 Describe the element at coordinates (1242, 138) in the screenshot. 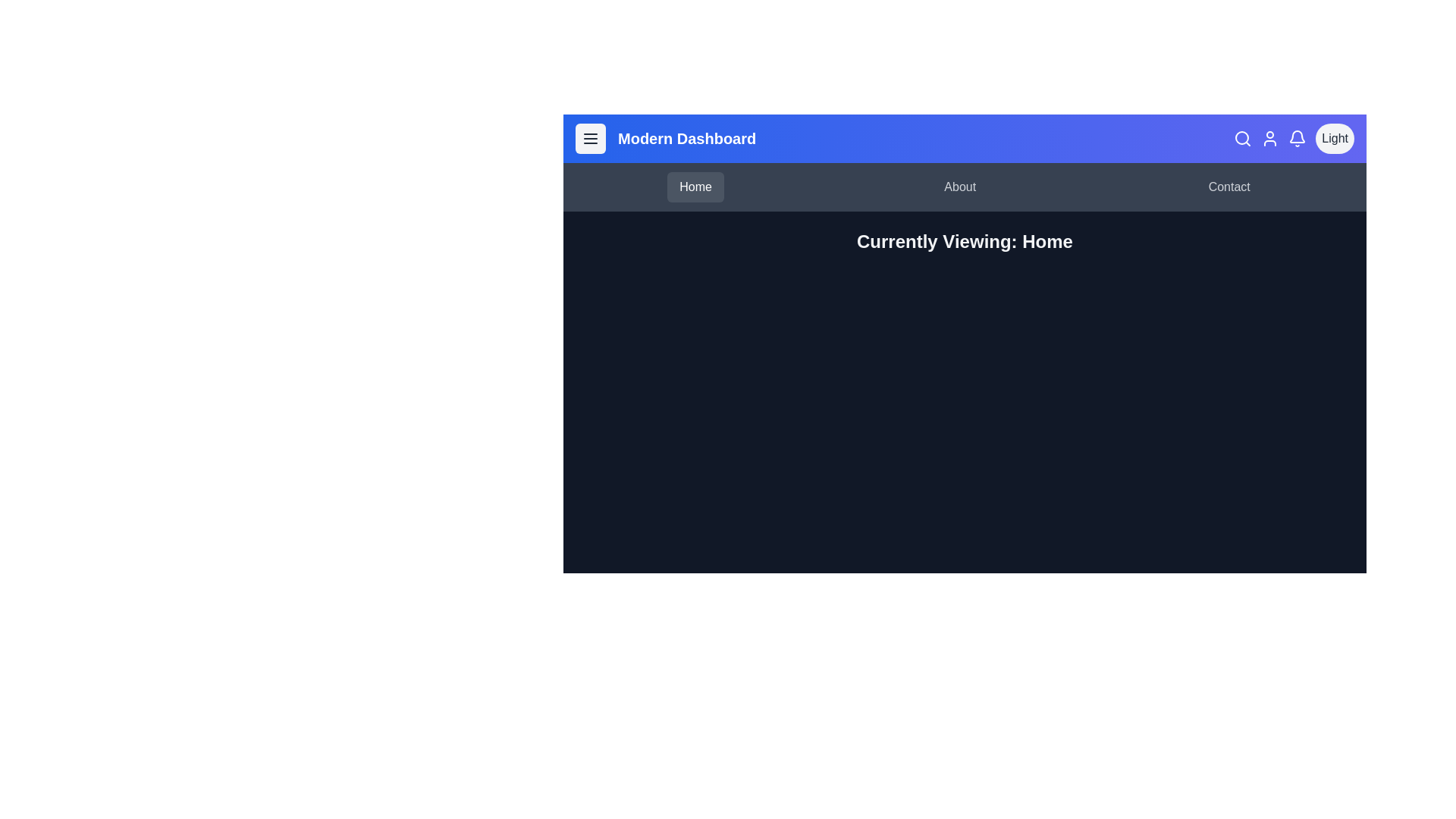

I see `search icon to initiate a search` at that location.